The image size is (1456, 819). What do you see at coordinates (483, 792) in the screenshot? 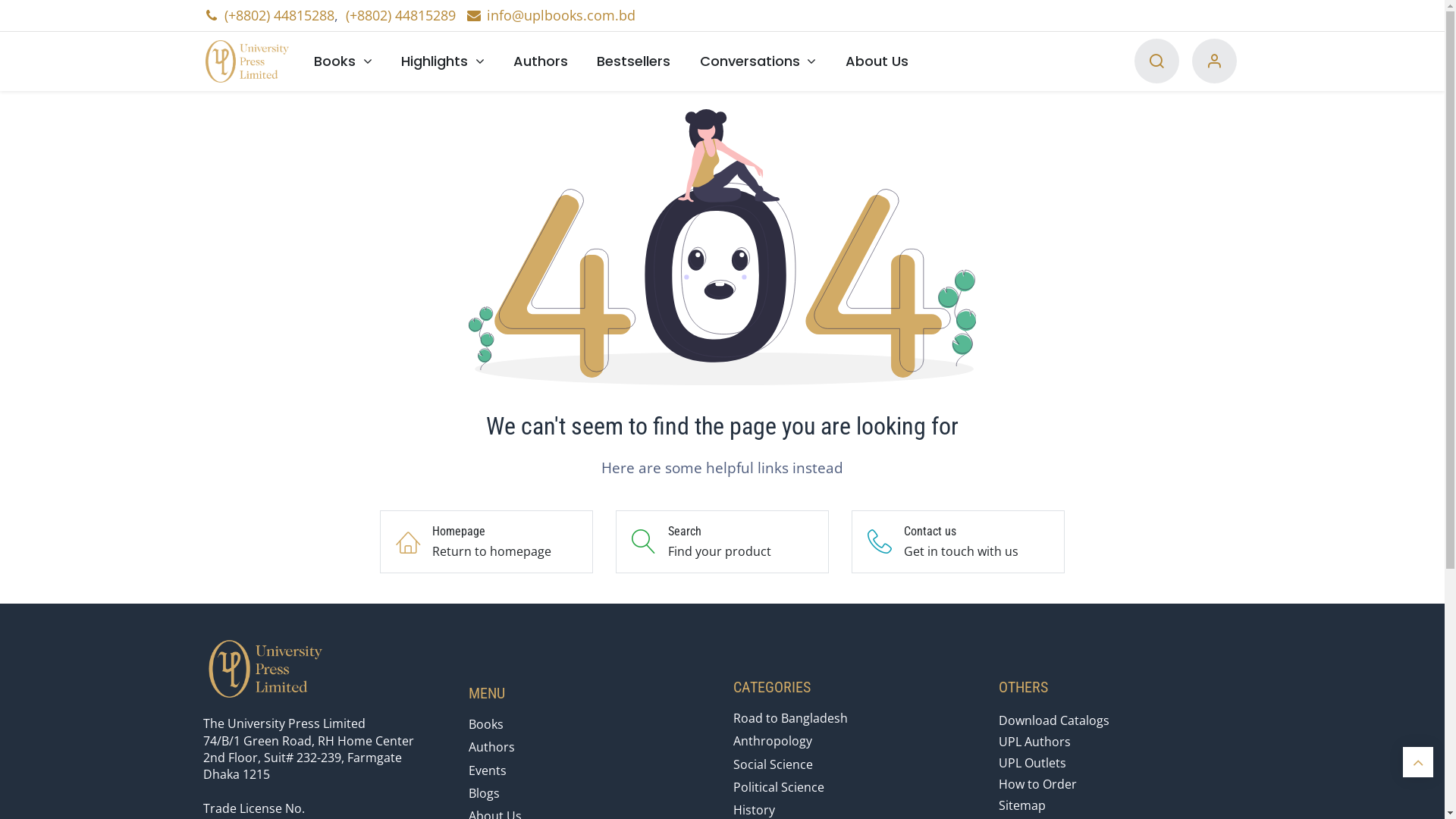
I see `'Blogs'` at bounding box center [483, 792].